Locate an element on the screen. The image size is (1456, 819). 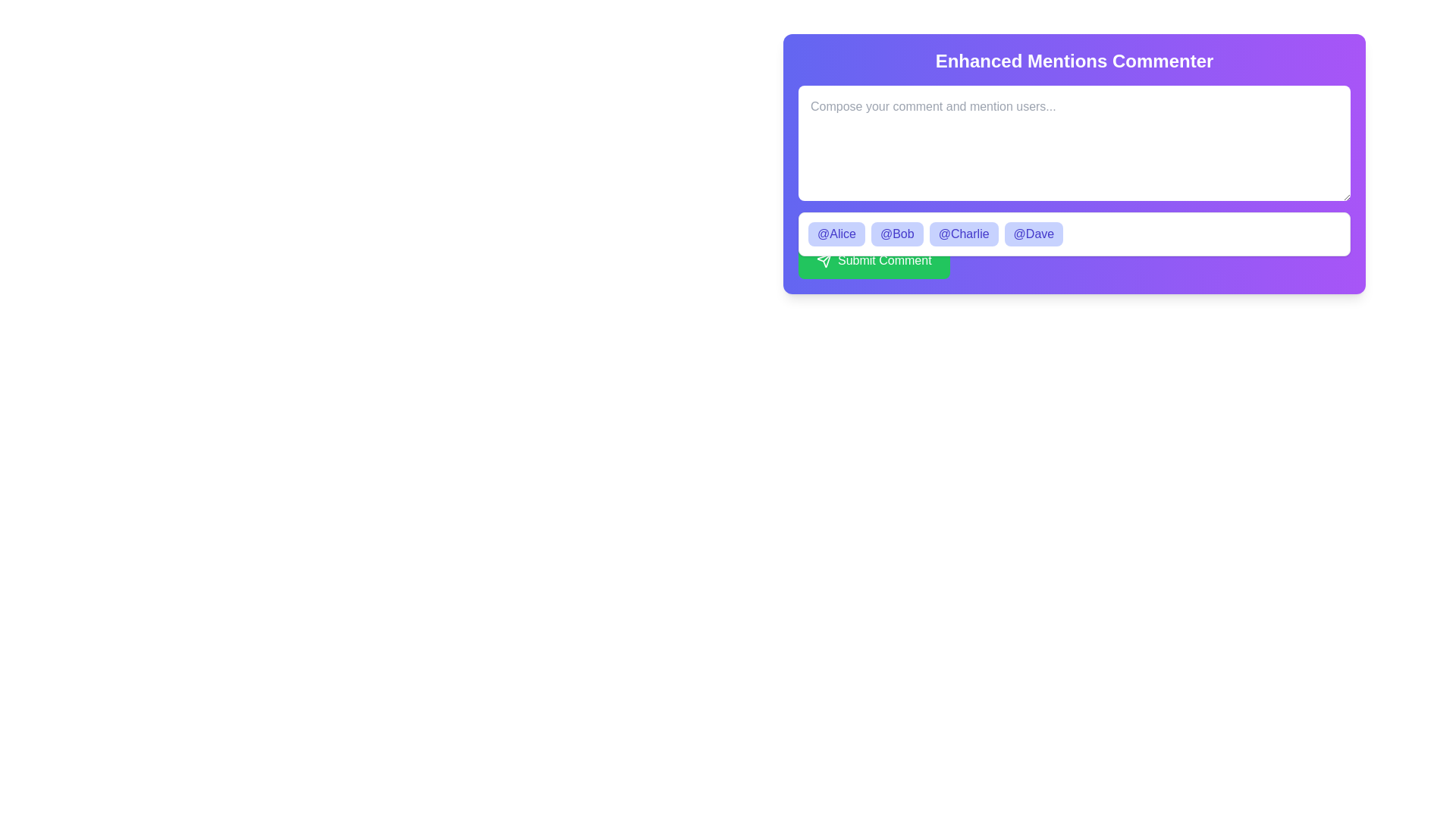
the comment submission button located at the bottom of the interface, beneath the username chips is located at coordinates (874, 259).